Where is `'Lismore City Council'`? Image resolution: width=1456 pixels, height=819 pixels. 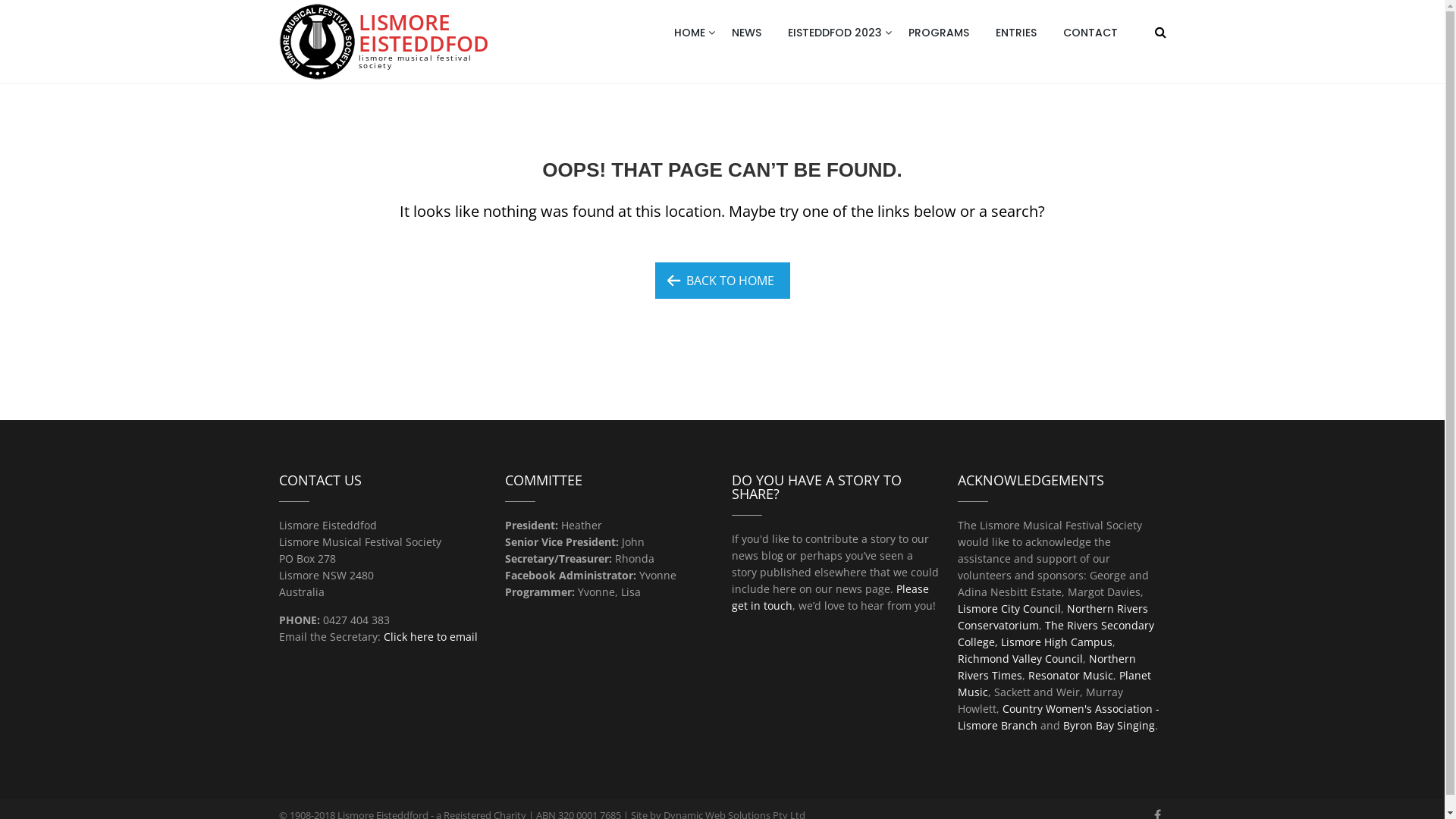
'Lismore City Council' is located at coordinates (1009, 607).